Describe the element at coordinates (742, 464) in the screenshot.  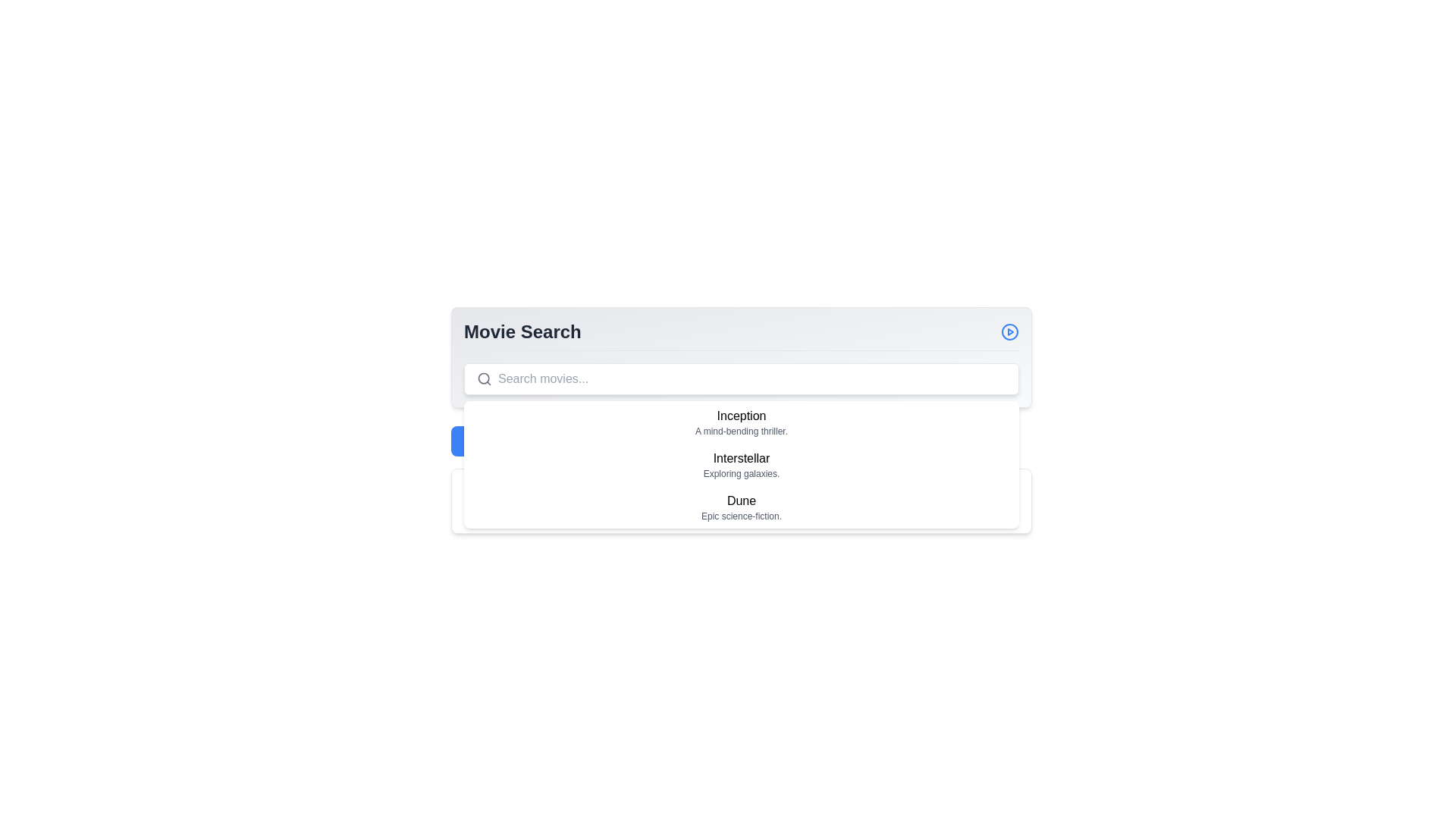
I see `the second item in the dropdown list titled 'Interstellar' with the subtitle 'Exploring galaxies.'` at that location.